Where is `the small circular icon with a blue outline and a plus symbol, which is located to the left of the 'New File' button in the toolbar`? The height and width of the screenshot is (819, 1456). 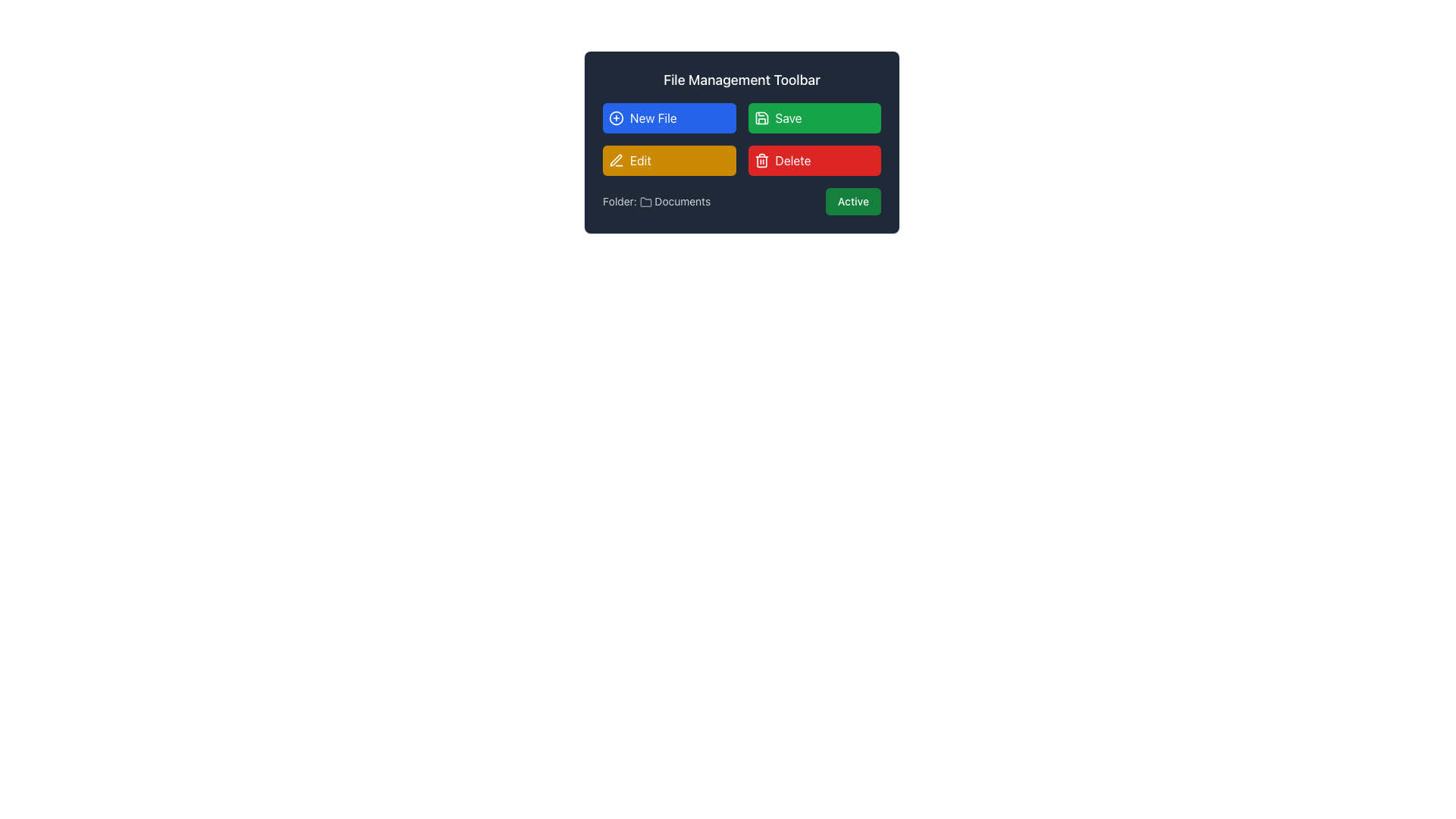 the small circular icon with a blue outline and a plus symbol, which is located to the left of the 'New File' button in the toolbar is located at coordinates (616, 117).